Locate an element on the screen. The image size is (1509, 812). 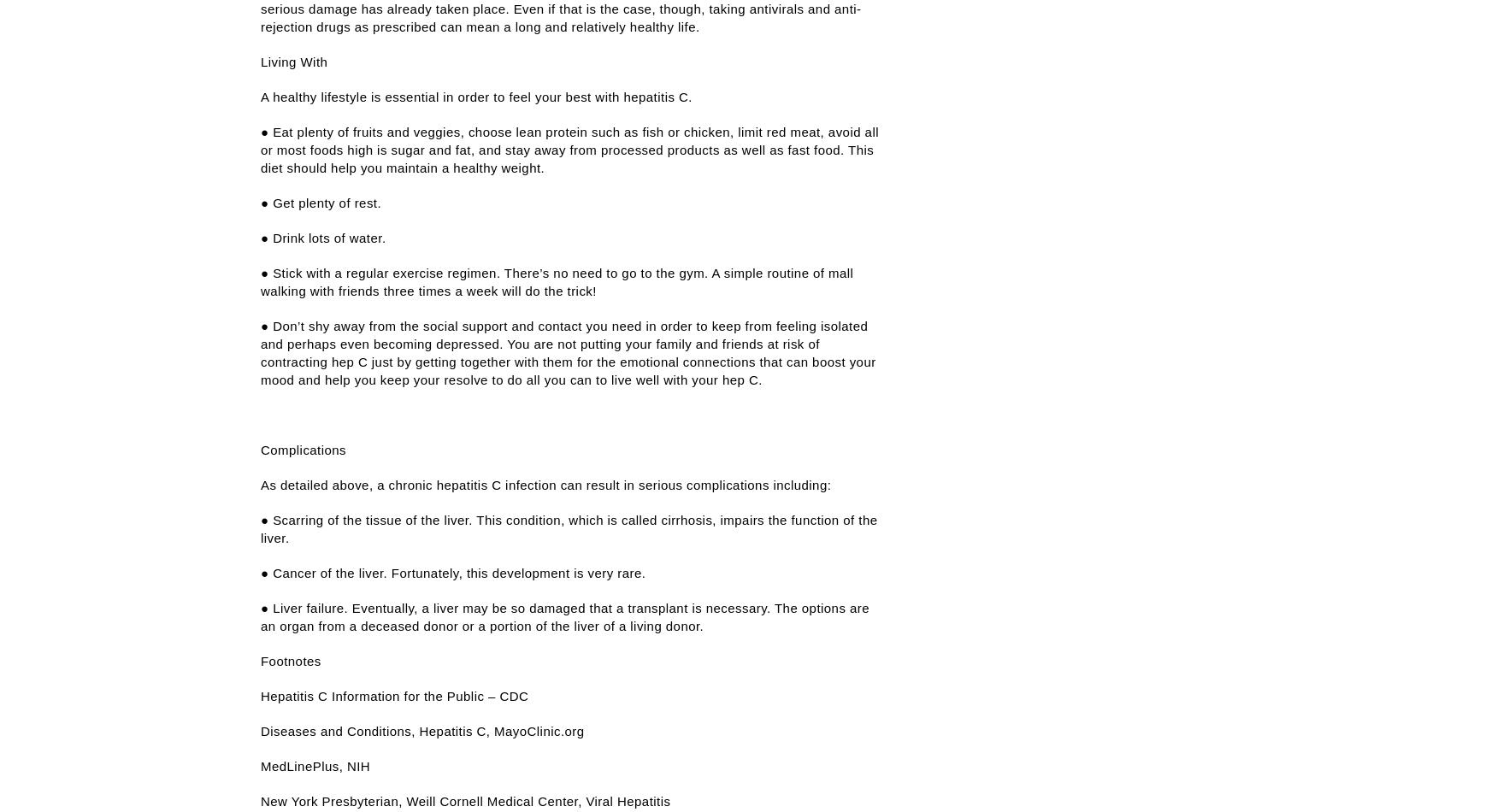
'New York Presbyterian, Weill Cornell Medical Center, Viral Hepatitis' is located at coordinates (464, 800).